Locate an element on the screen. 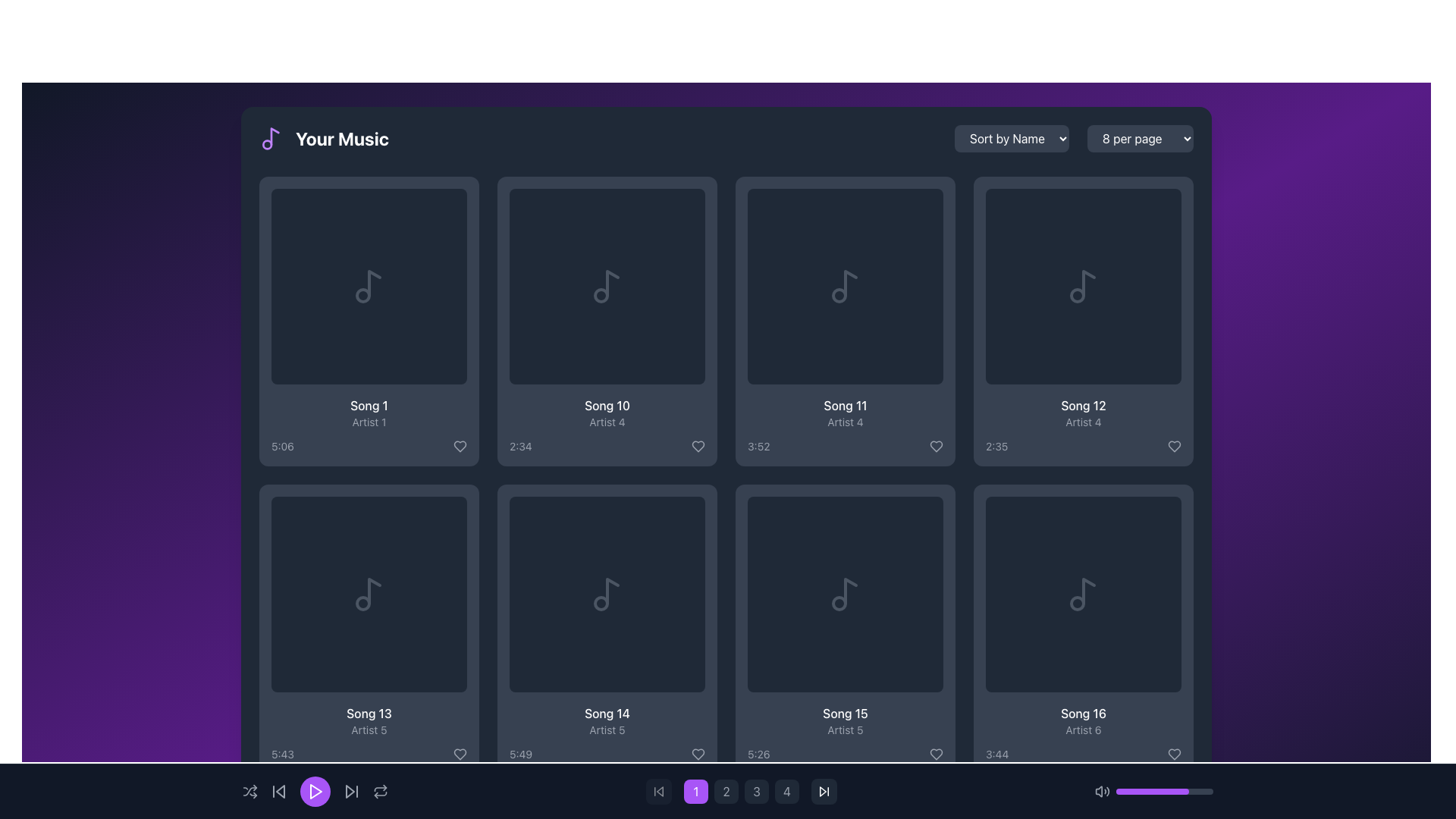 The image size is (1456, 819). the purple progress bar segment within the gray progress bar is located at coordinates (1153, 791).